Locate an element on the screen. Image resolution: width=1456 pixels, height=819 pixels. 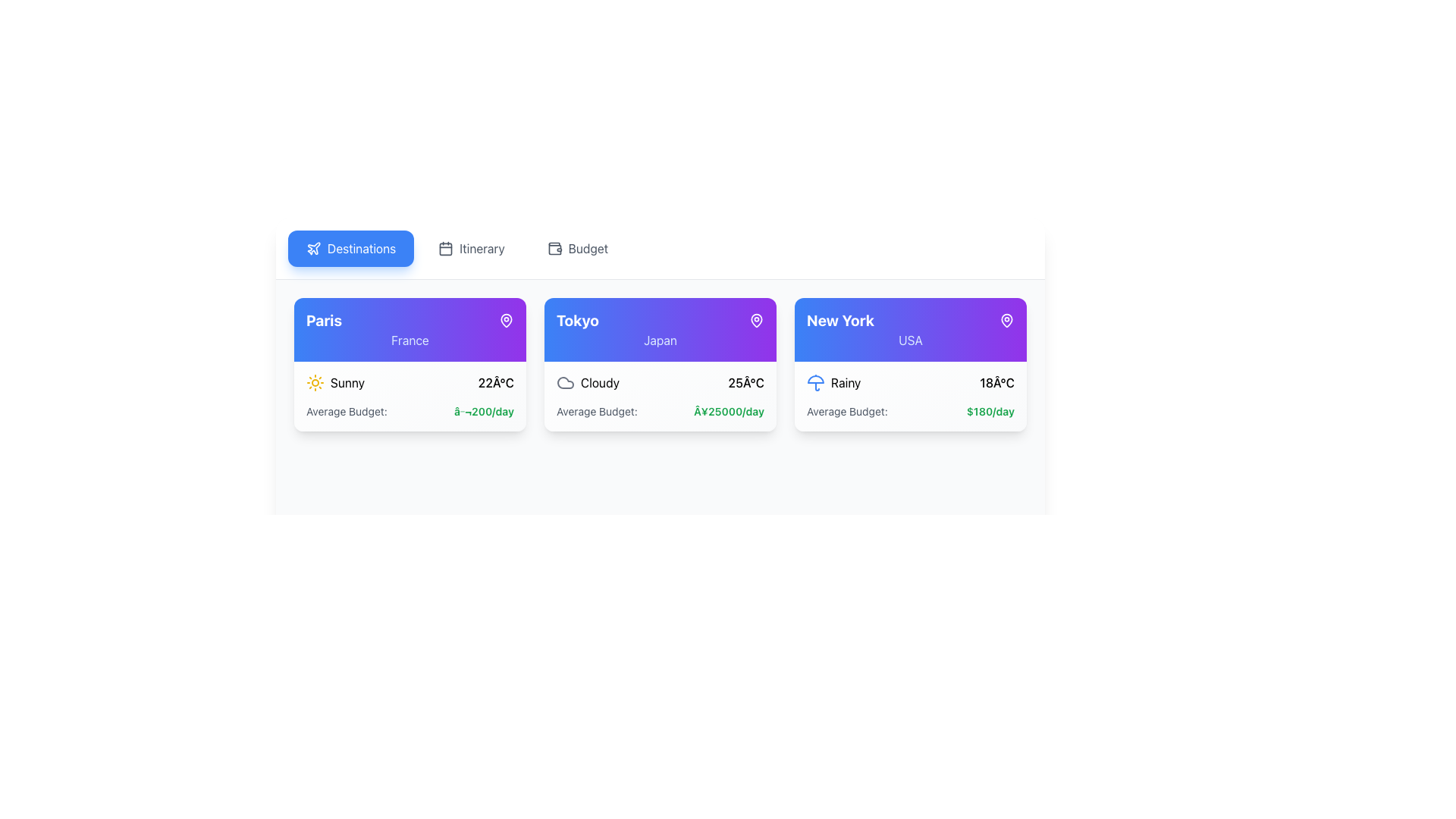
the header section of the card displaying the destination name 'Paris' and its country 'France'. This header is located in the top-left portion of the card, above weather and budget information is located at coordinates (410, 329).